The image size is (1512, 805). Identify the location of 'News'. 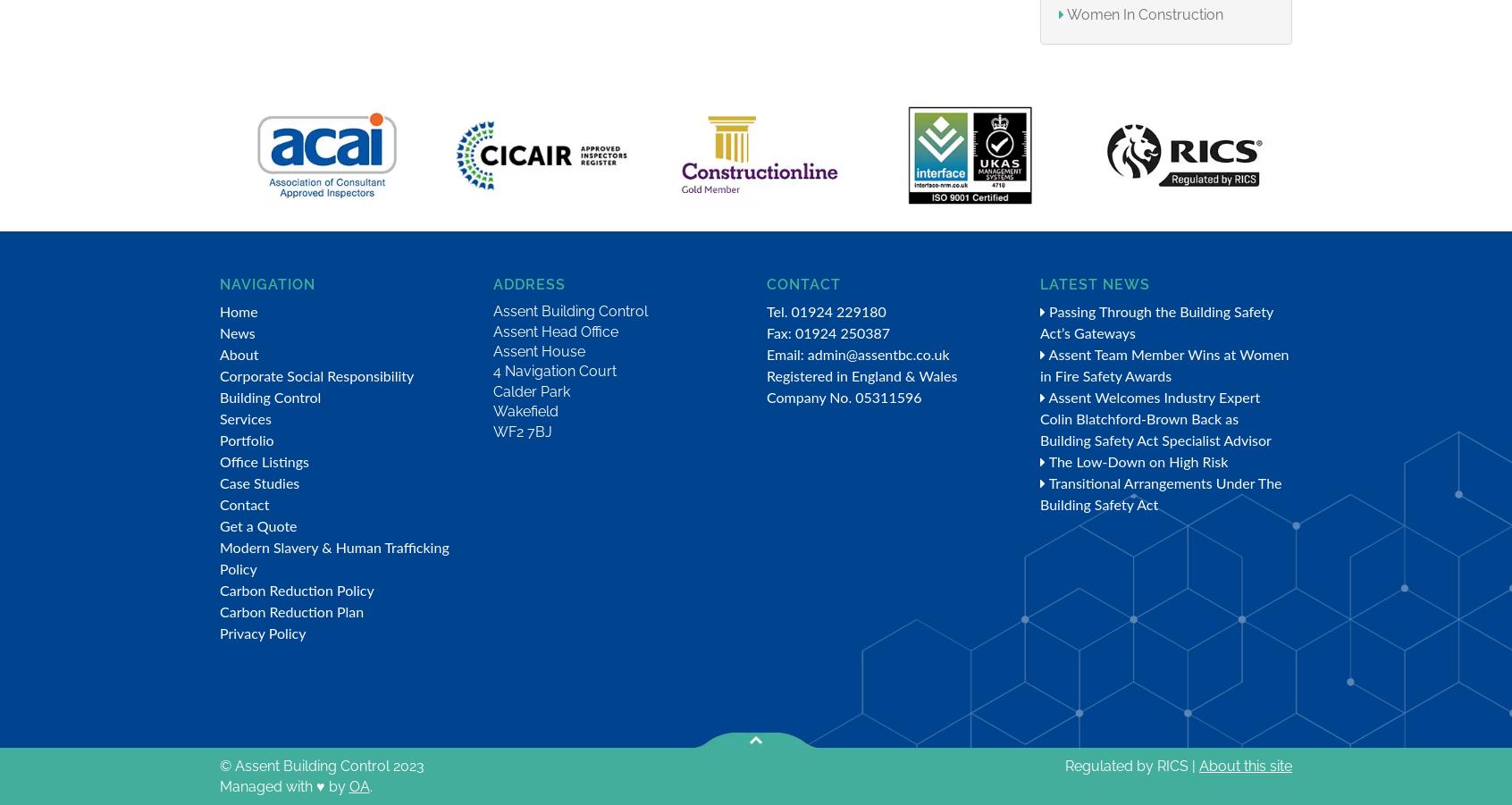
(237, 333).